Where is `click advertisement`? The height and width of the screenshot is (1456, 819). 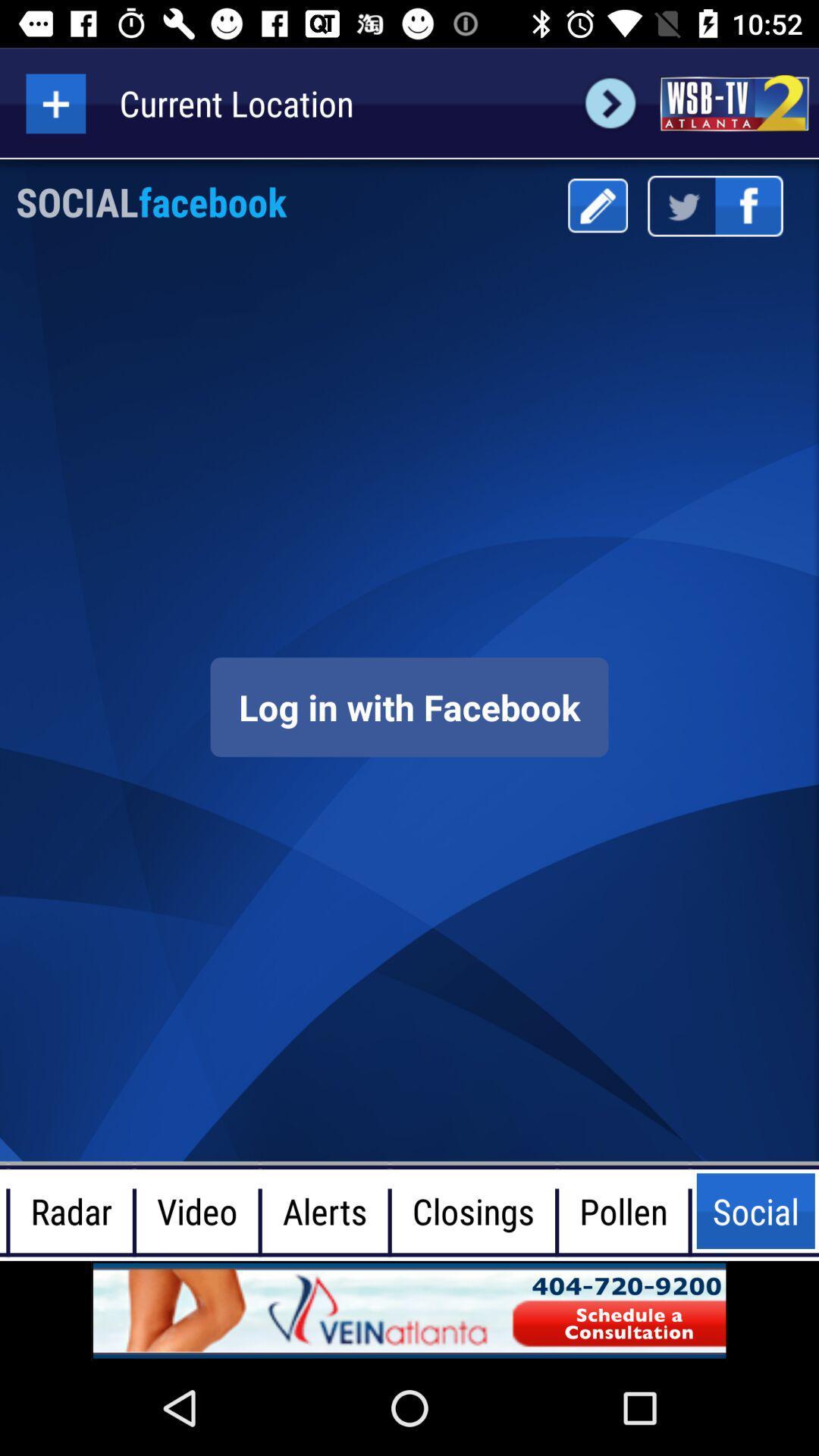 click advertisement is located at coordinates (409, 1310).